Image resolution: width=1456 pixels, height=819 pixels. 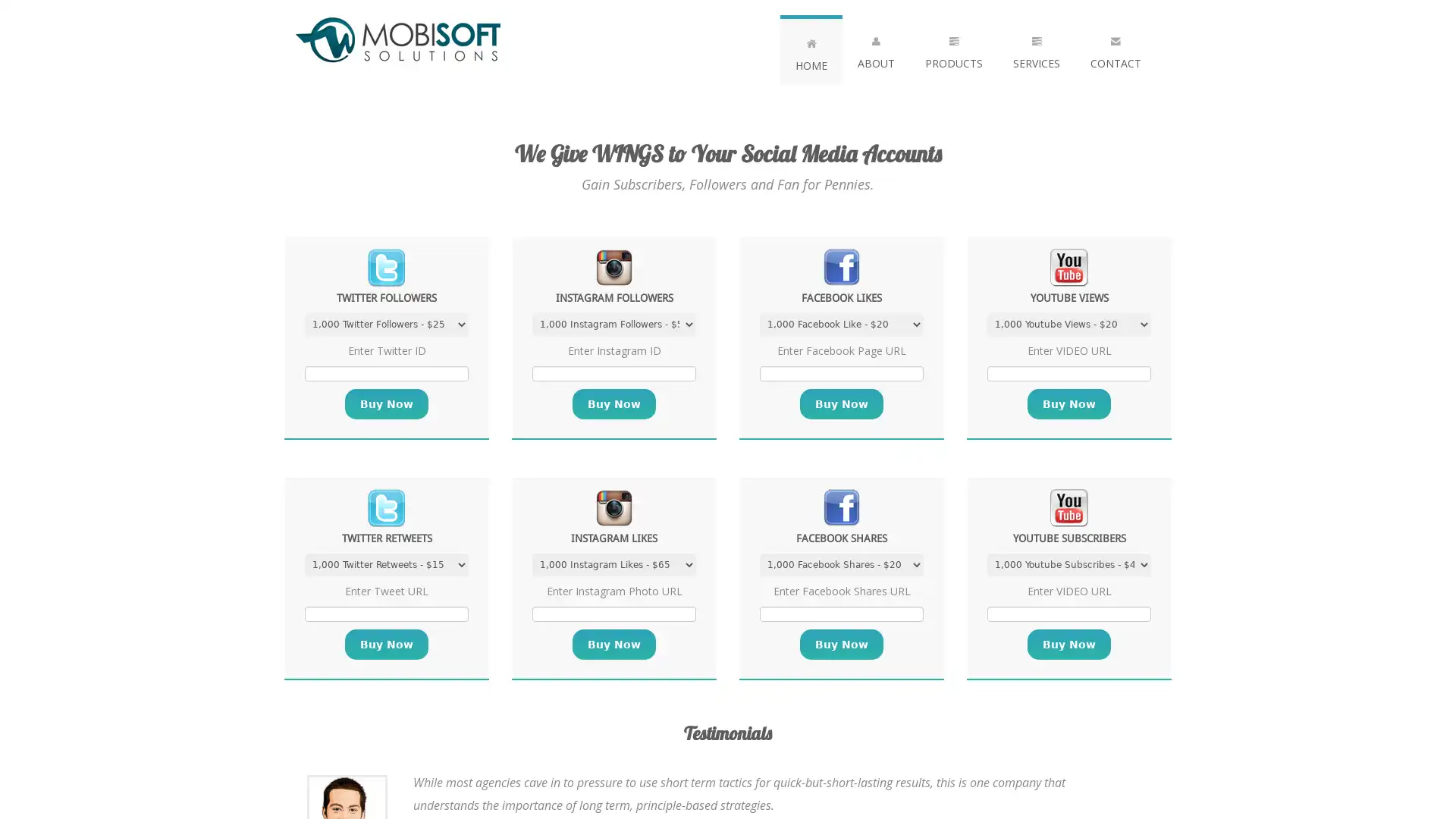 What do you see at coordinates (386, 644) in the screenshot?
I see `Buy Now` at bounding box center [386, 644].